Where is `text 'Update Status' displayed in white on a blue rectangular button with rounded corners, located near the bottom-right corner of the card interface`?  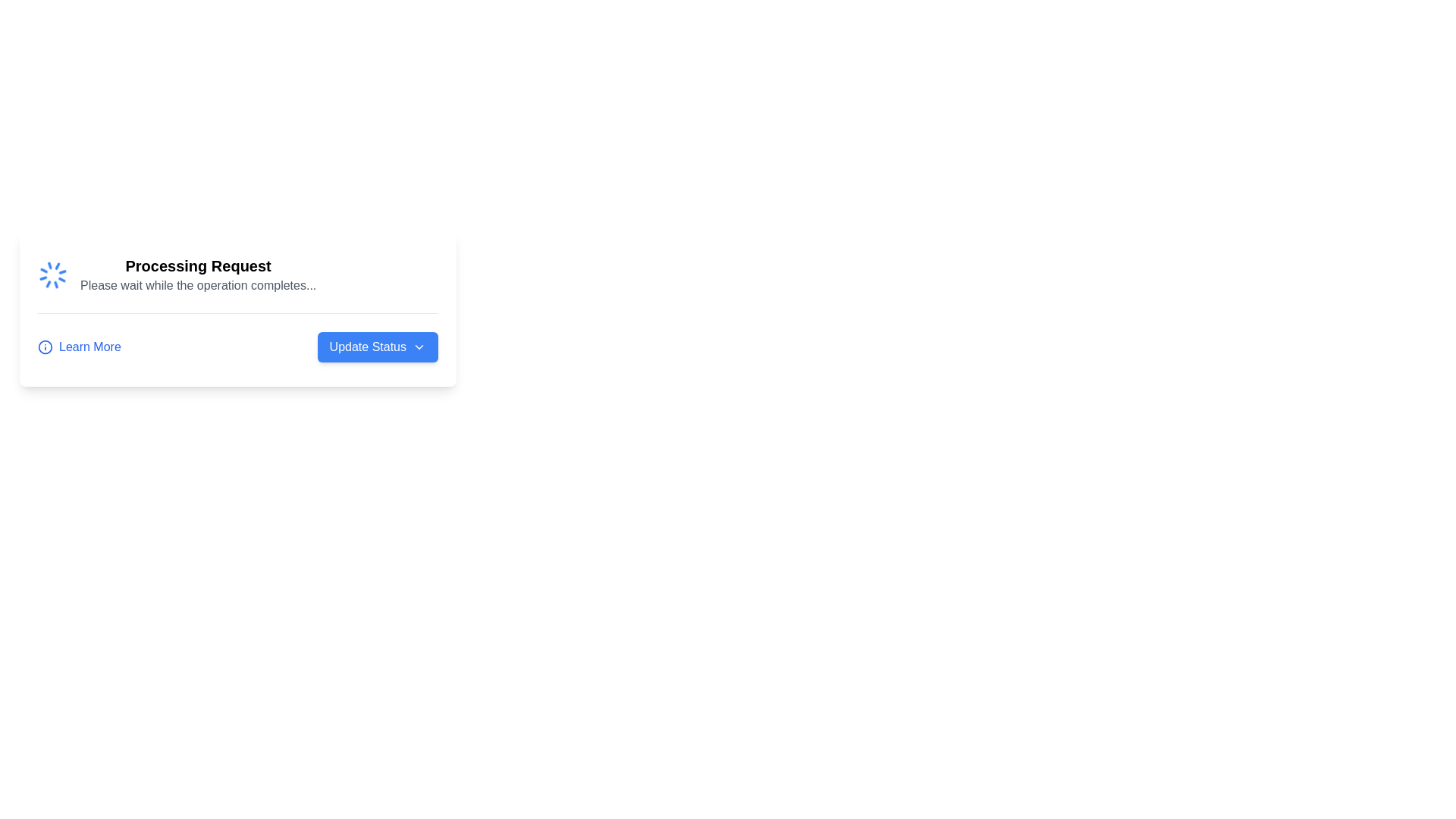 text 'Update Status' displayed in white on a blue rectangular button with rounded corners, located near the bottom-right corner of the card interface is located at coordinates (368, 347).